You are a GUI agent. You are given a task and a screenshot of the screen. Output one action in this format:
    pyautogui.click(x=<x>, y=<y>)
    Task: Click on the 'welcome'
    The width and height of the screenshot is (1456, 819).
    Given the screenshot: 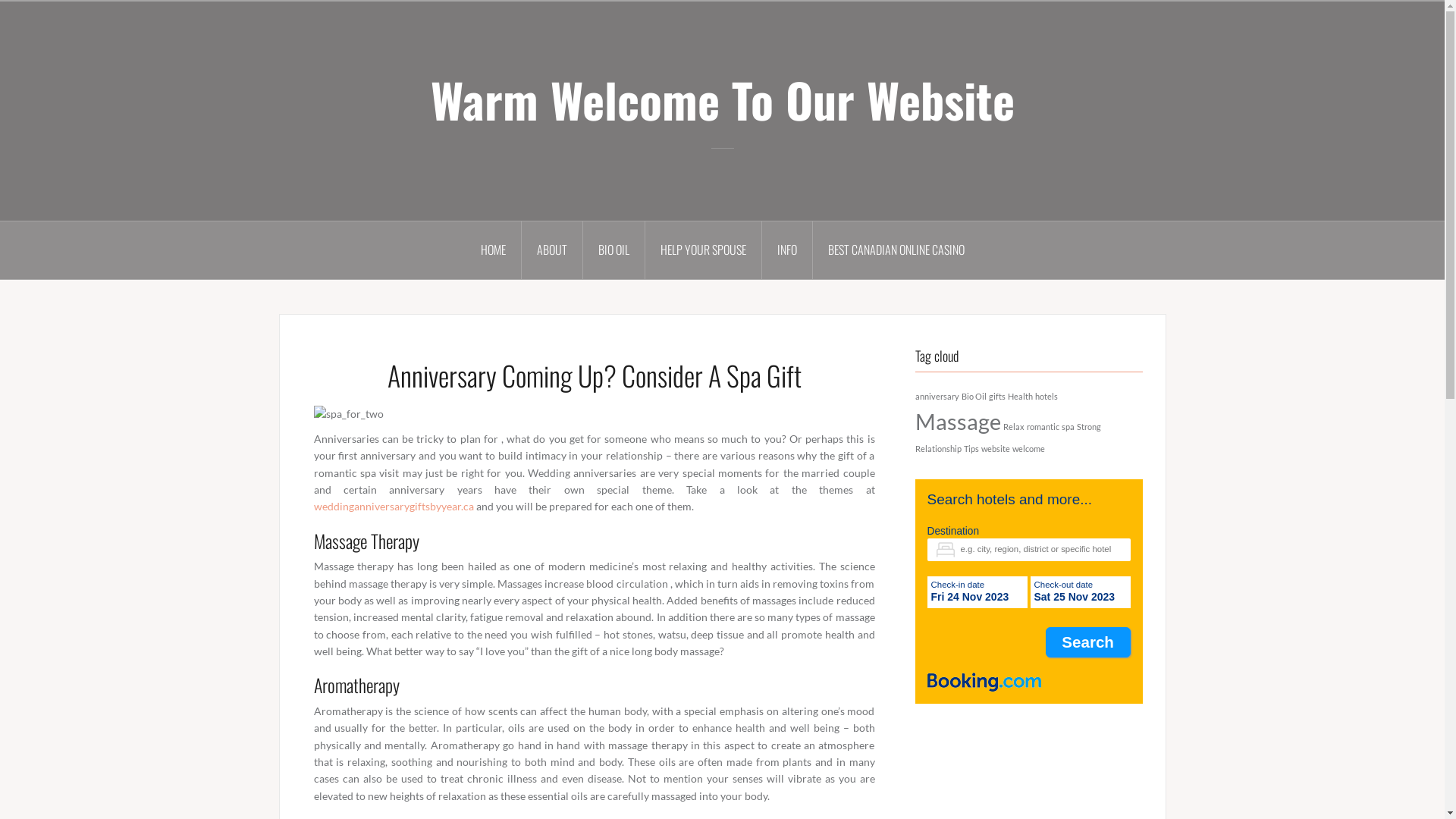 What is the action you would take?
    pyautogui.click(x=1028, y=447)
    